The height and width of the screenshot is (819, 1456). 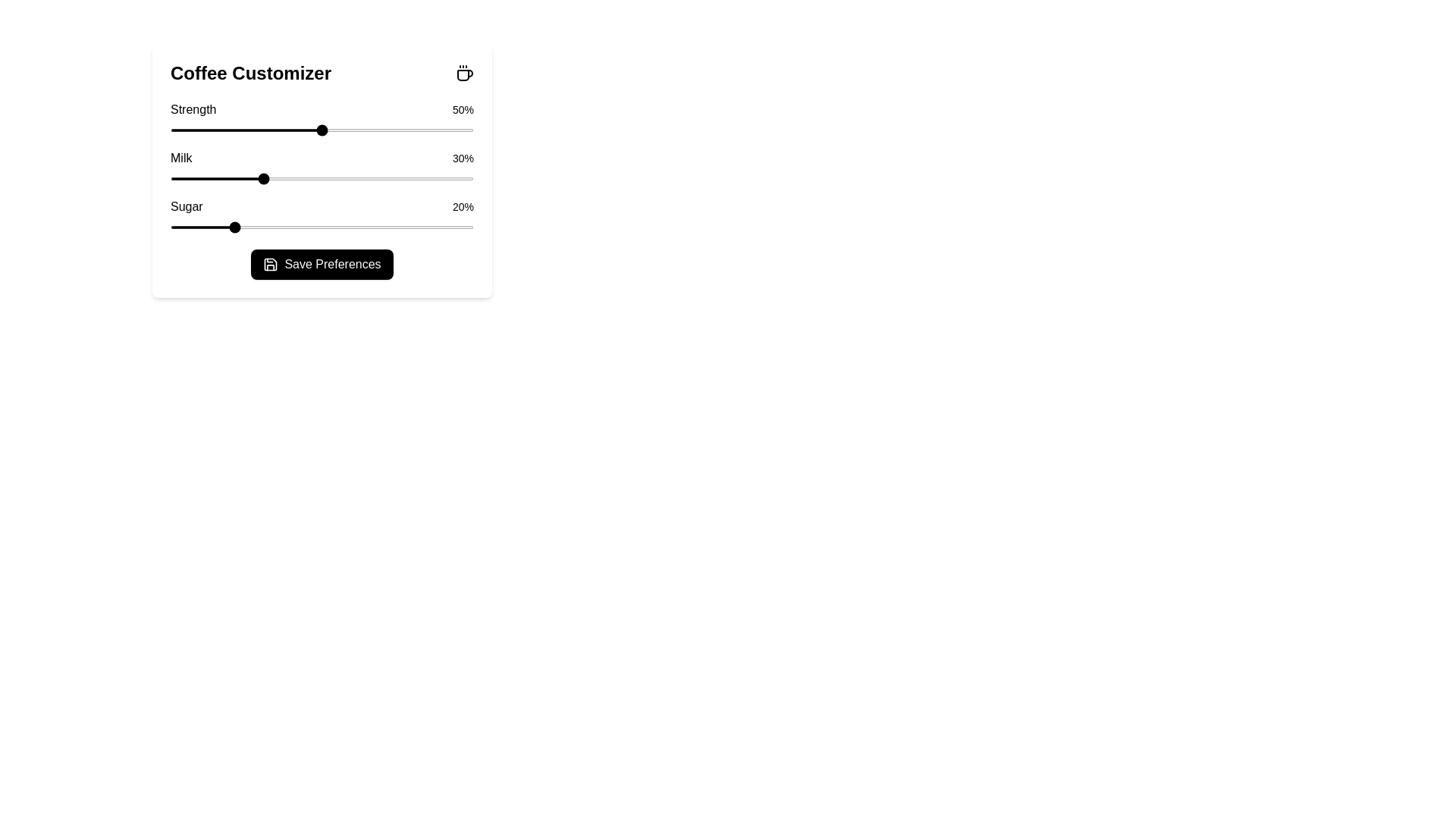 I want to click on the strength slider, so click(x=389, y=130).